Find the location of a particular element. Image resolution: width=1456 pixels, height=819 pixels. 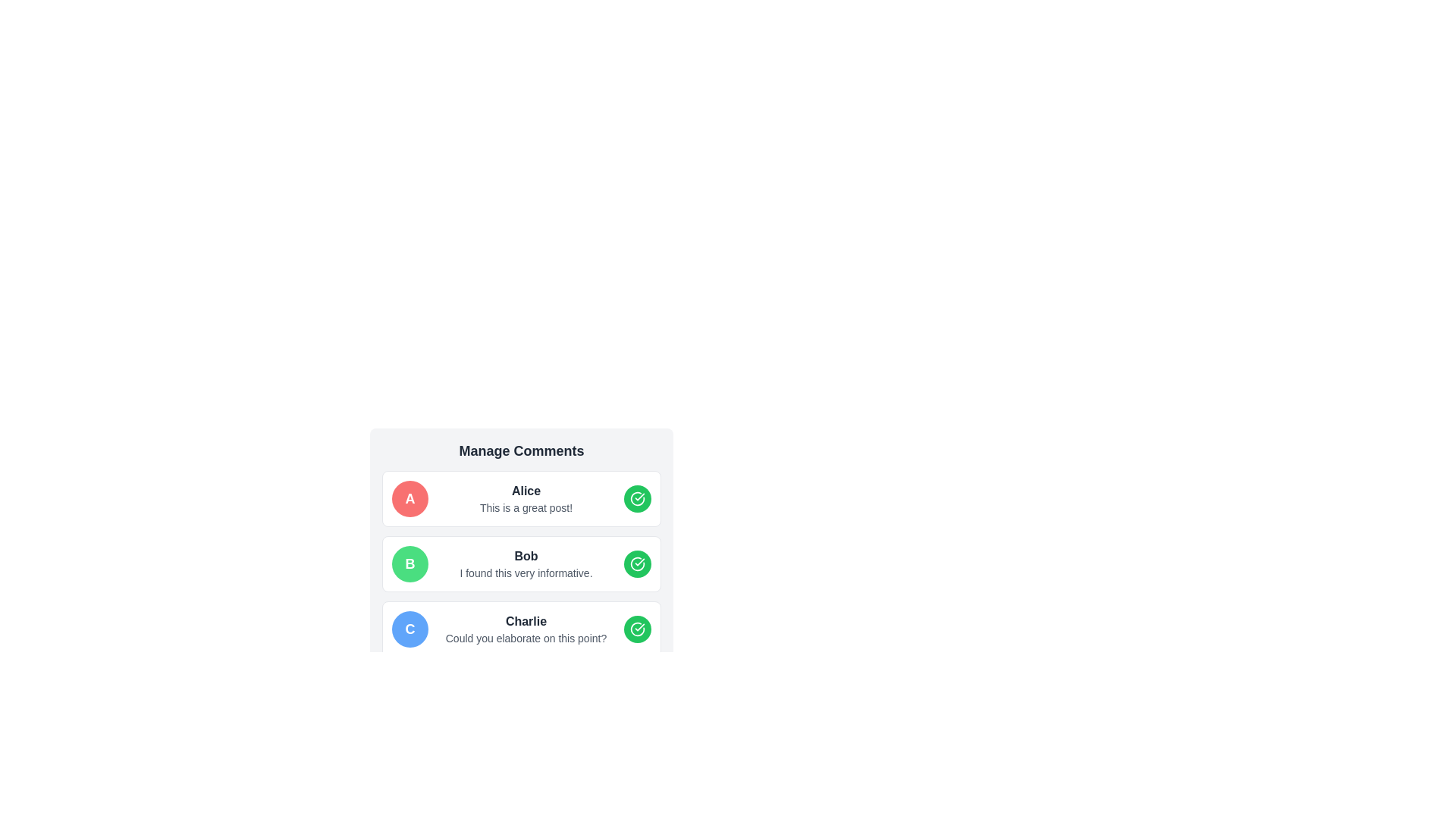

the static text element that displays the user's name 'Bob', located in the 'Manage Comments' section, positioned between comments from 'Alice' and 'Charlie' is located at coordinates (526, 556).